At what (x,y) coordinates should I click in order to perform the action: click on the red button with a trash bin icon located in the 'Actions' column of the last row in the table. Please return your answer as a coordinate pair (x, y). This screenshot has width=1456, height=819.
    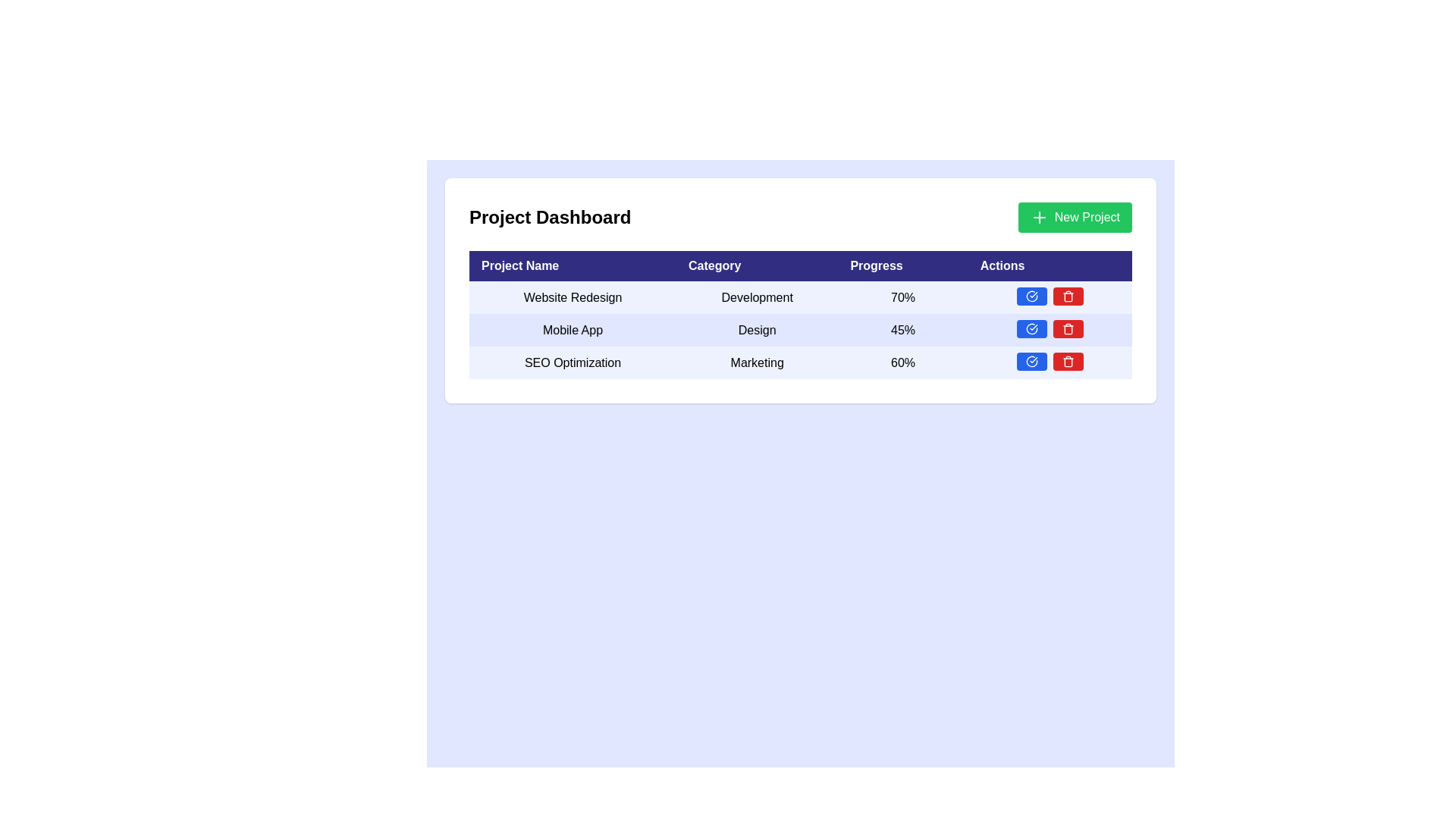
    Looking at the image, I should click on (1067, 362).